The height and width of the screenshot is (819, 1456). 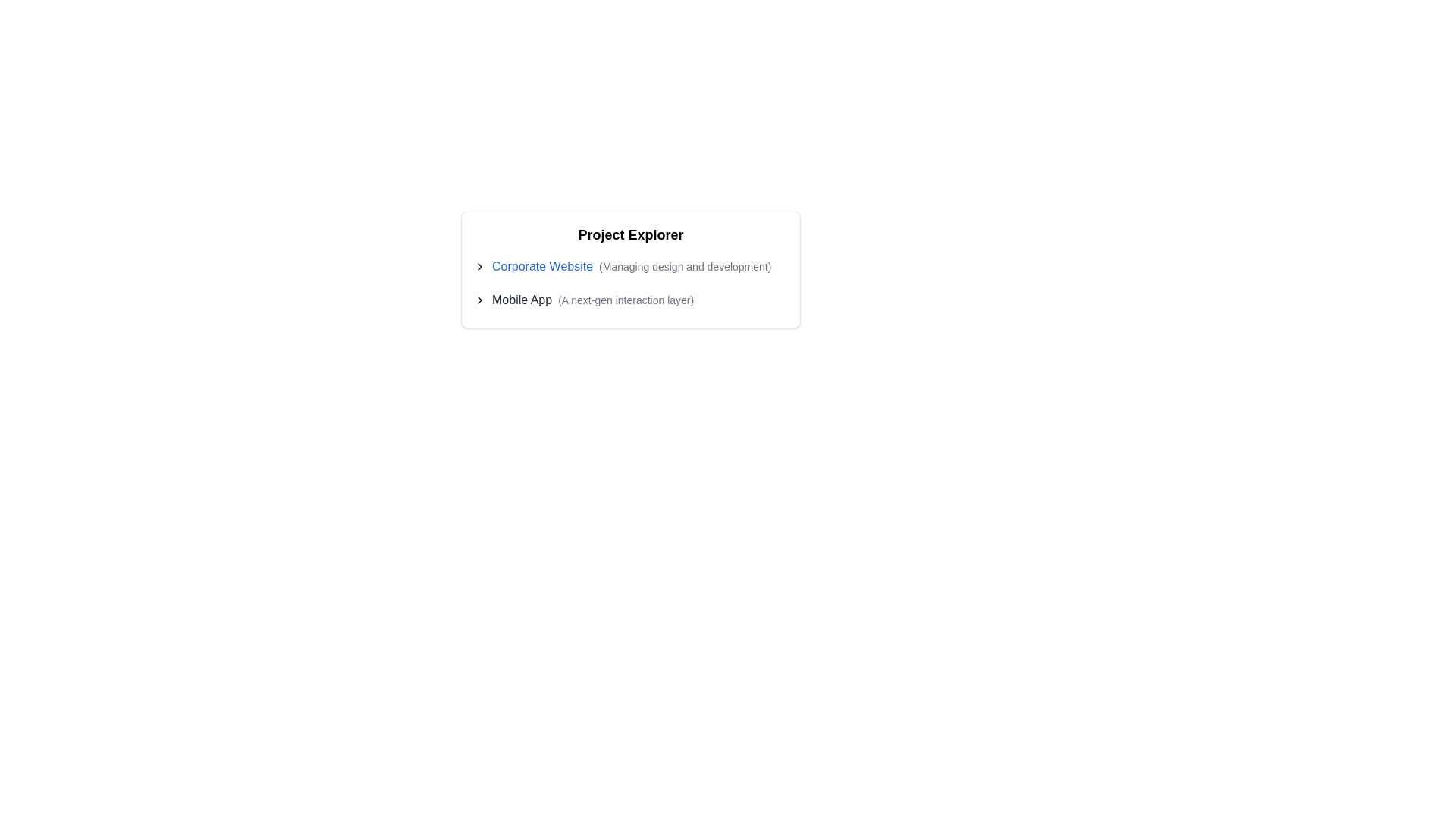 What do you see at coordinates (479, 265) in the screenshot?
I see `the chevron icon that indicates the ability to expand or collapse content, located in the row starting with 'Corporate Website.'` at bounding box center [479, 265].